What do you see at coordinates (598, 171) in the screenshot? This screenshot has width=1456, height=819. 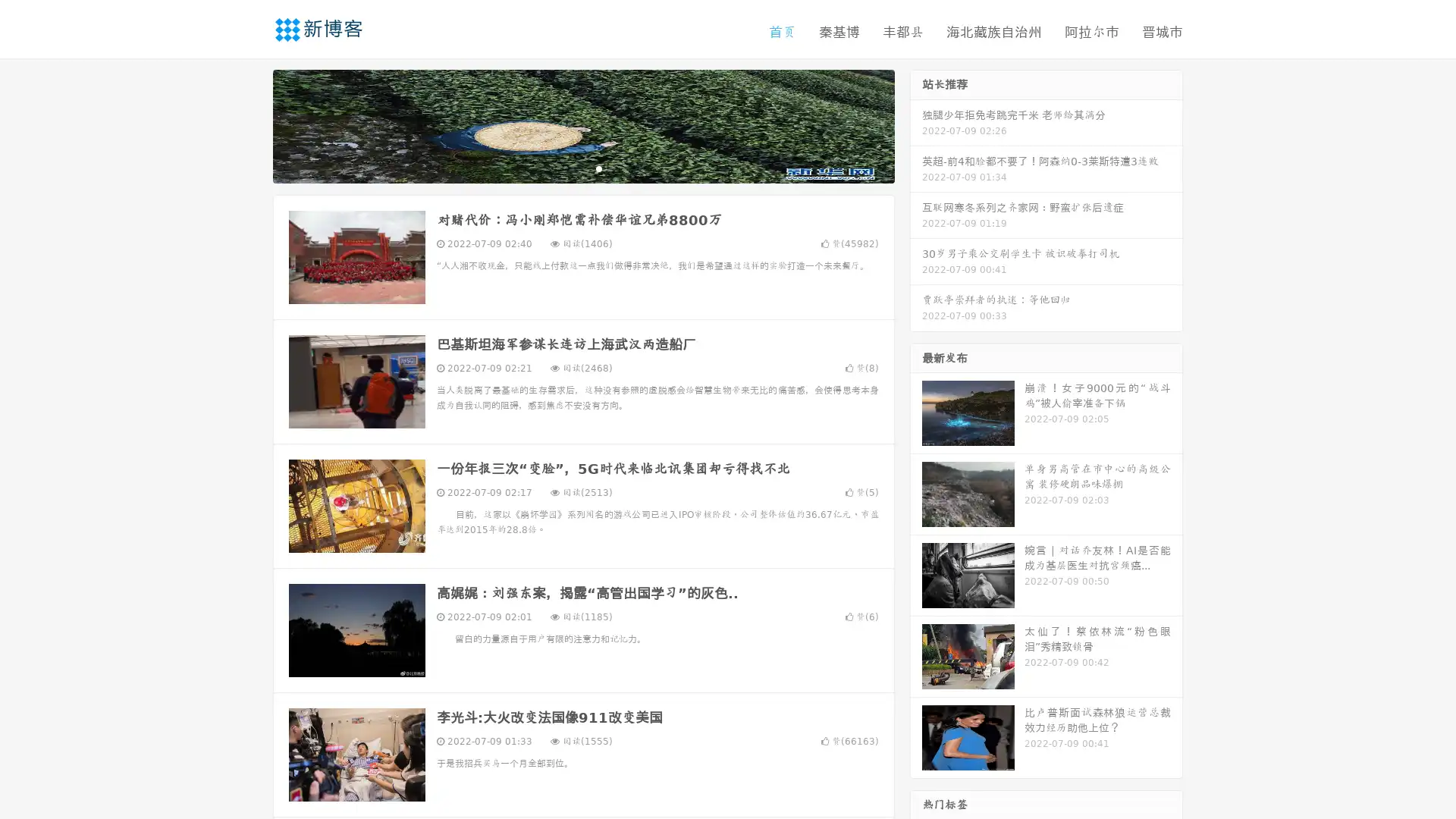 I see `Go to slide 3` at bounding box center [598, 171].